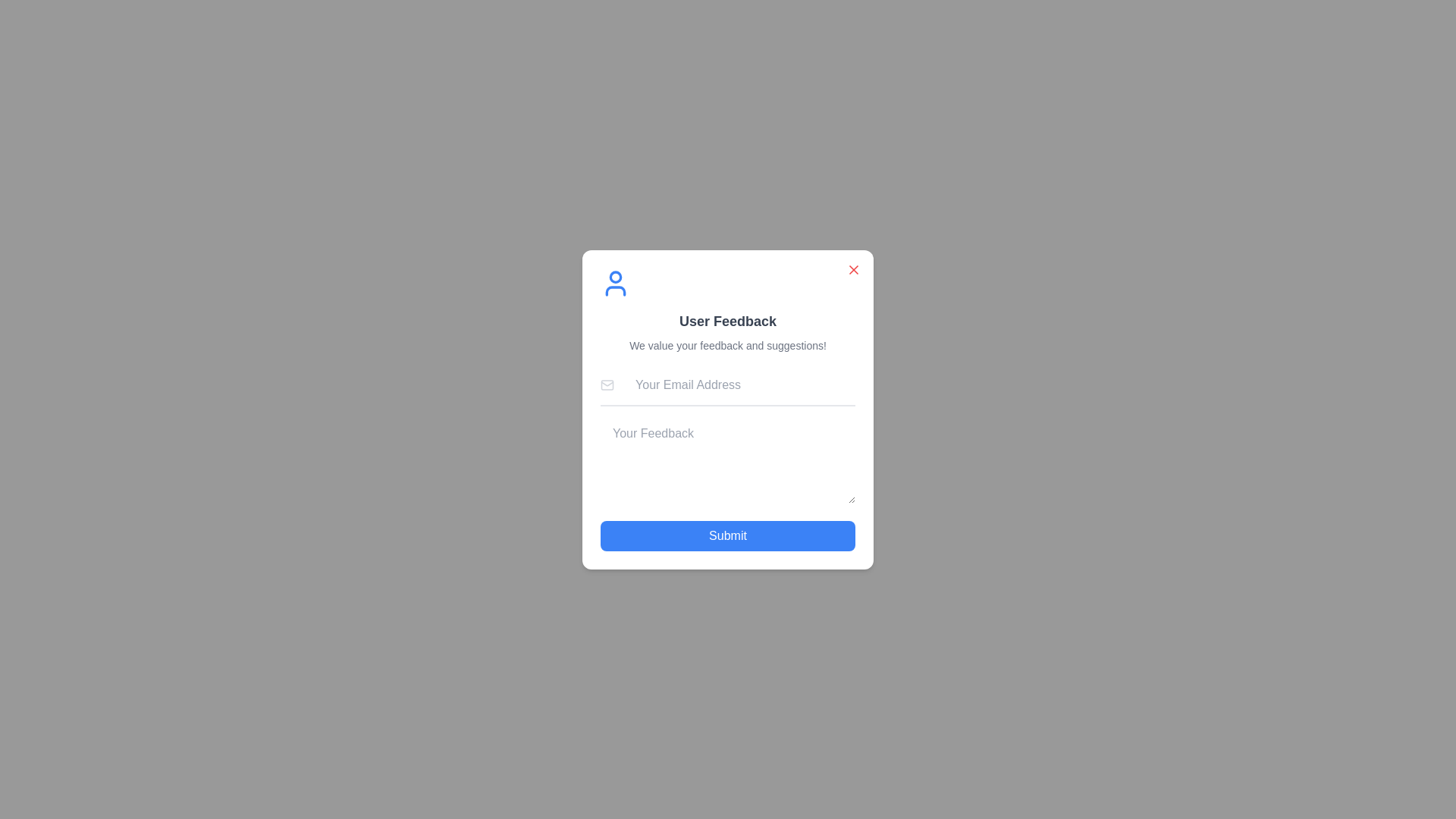 This screenshot has width=1456, height=819. I want to click on the close button to dismiss the dialog, so click(854, 268).